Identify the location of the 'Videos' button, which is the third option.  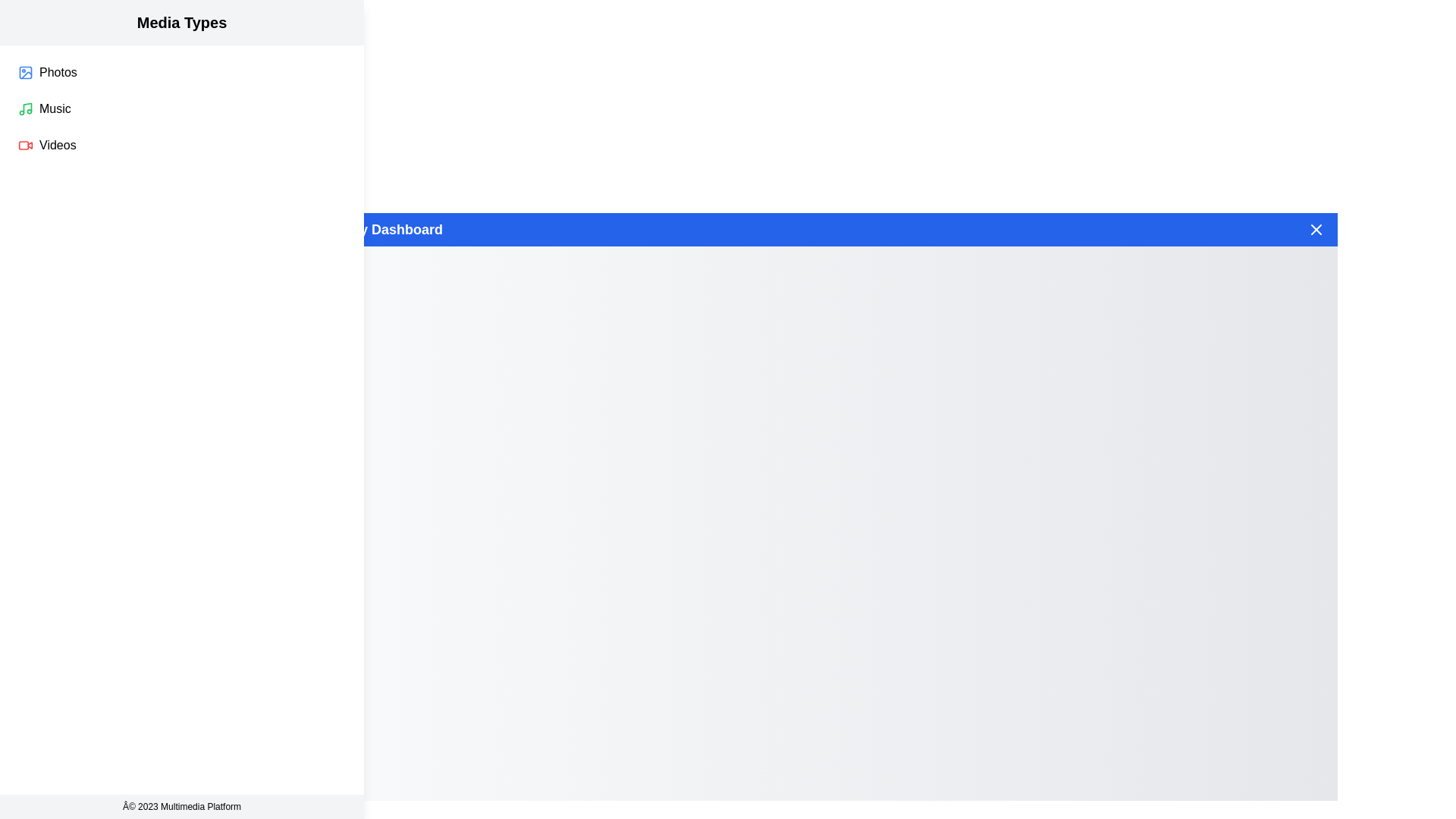
(182, 146).